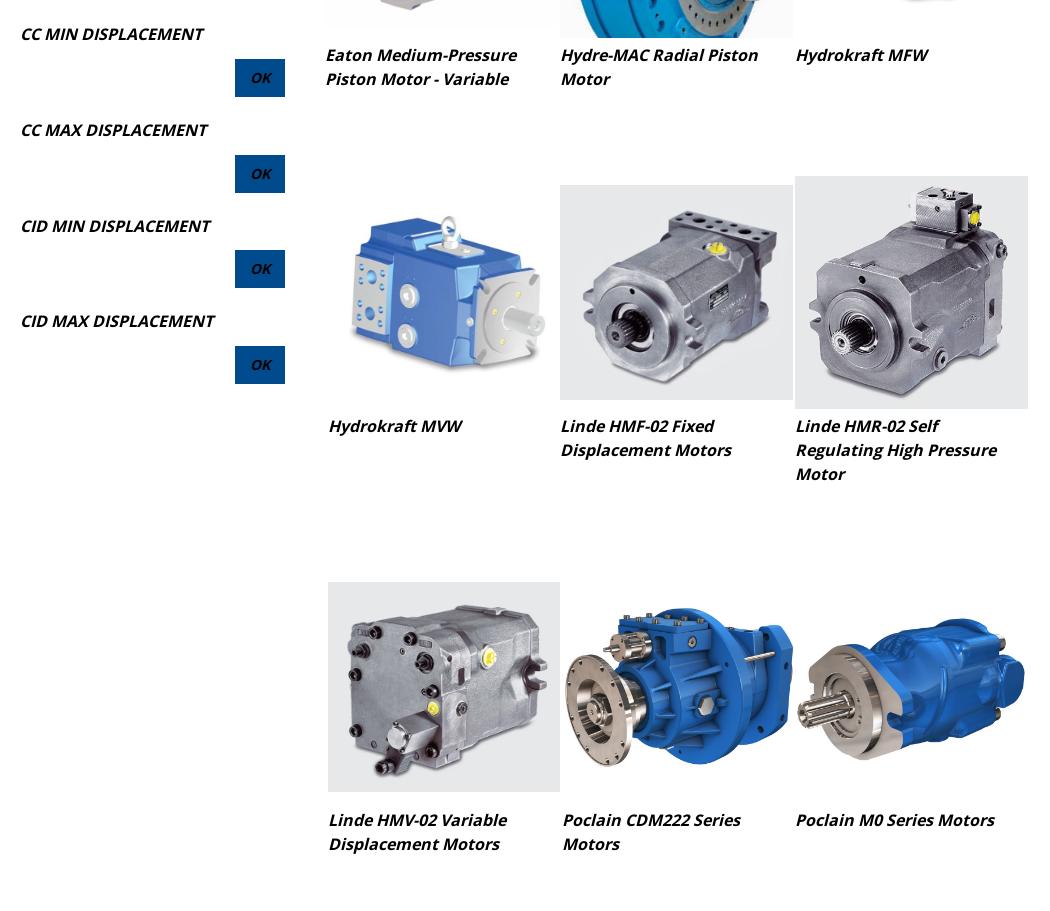 Image resolution: width=1050 pixels, height=911 pixels. I want to click on 'Hydre-MAC Radial Piston Motor', so click(657, 65).